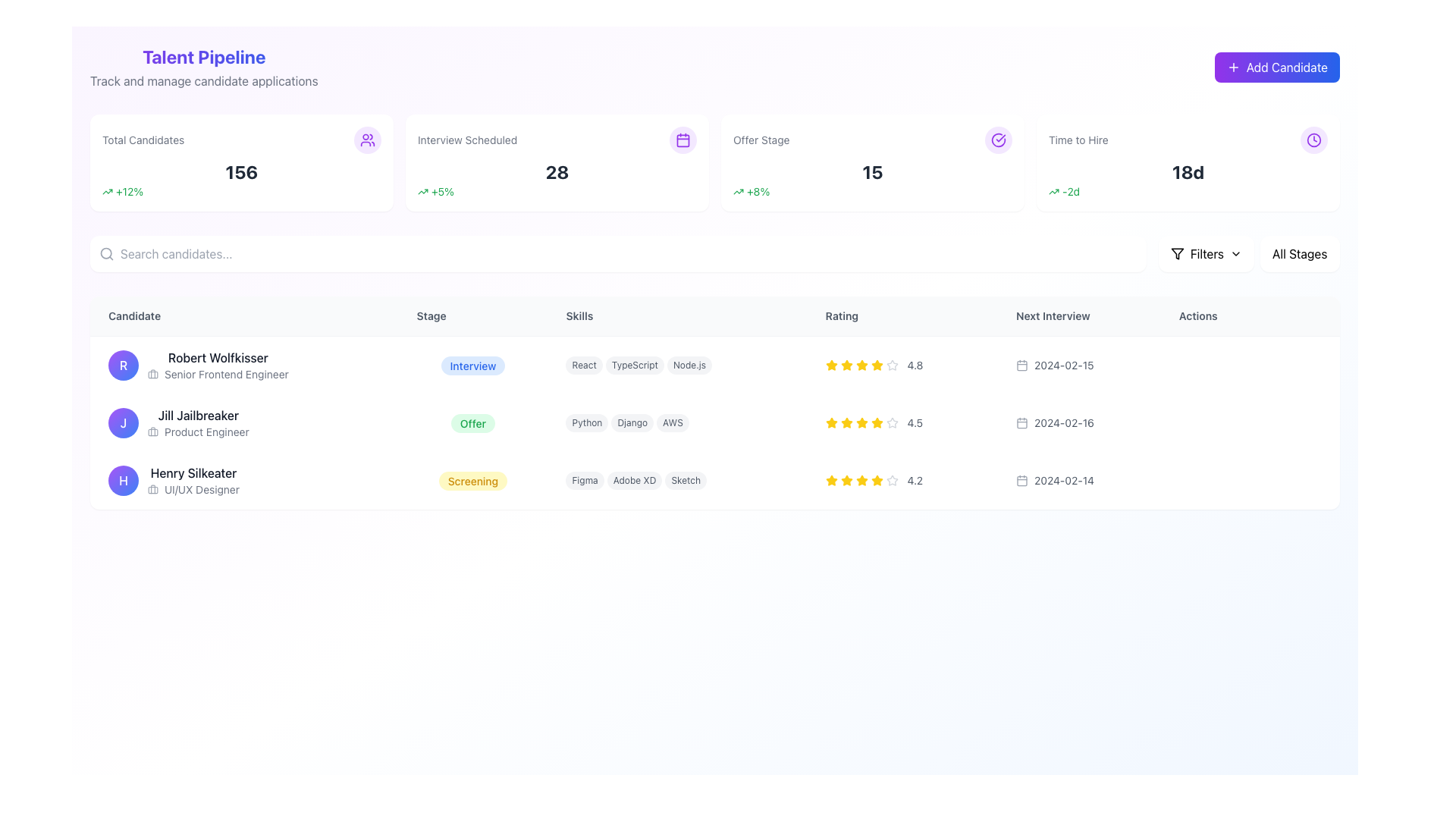 The height and width of the screenshot is (819, 1456). I want to click on the Text label combined with an icon representing the candidate's details, which displays 'Henry Silkeater' and 'UI/UX Designer' positioned in the third row of the candidate list, so click(193, 480).